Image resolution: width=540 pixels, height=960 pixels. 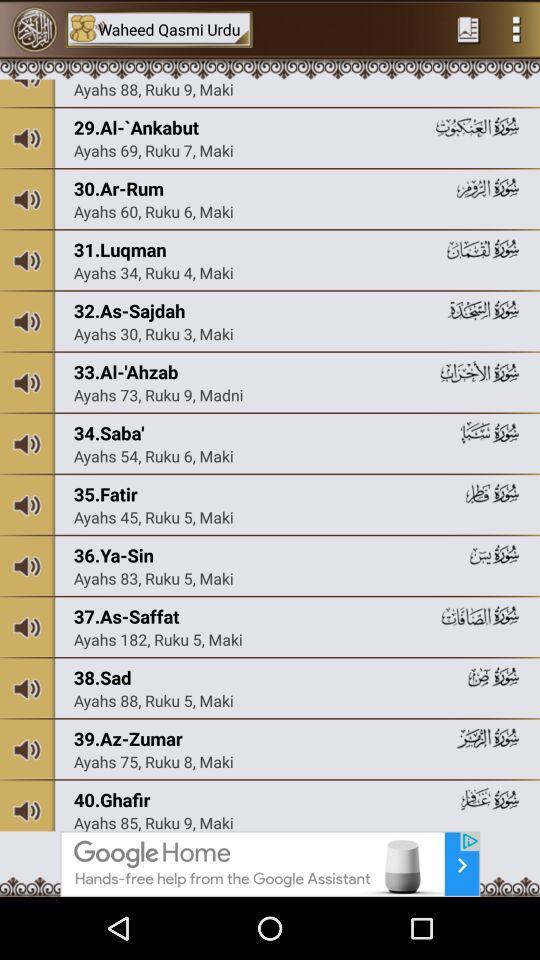 What do you see at coordinates (468, 30) in the screenshot?
I see `the bookmark icon` at bounding box center [468, 30].